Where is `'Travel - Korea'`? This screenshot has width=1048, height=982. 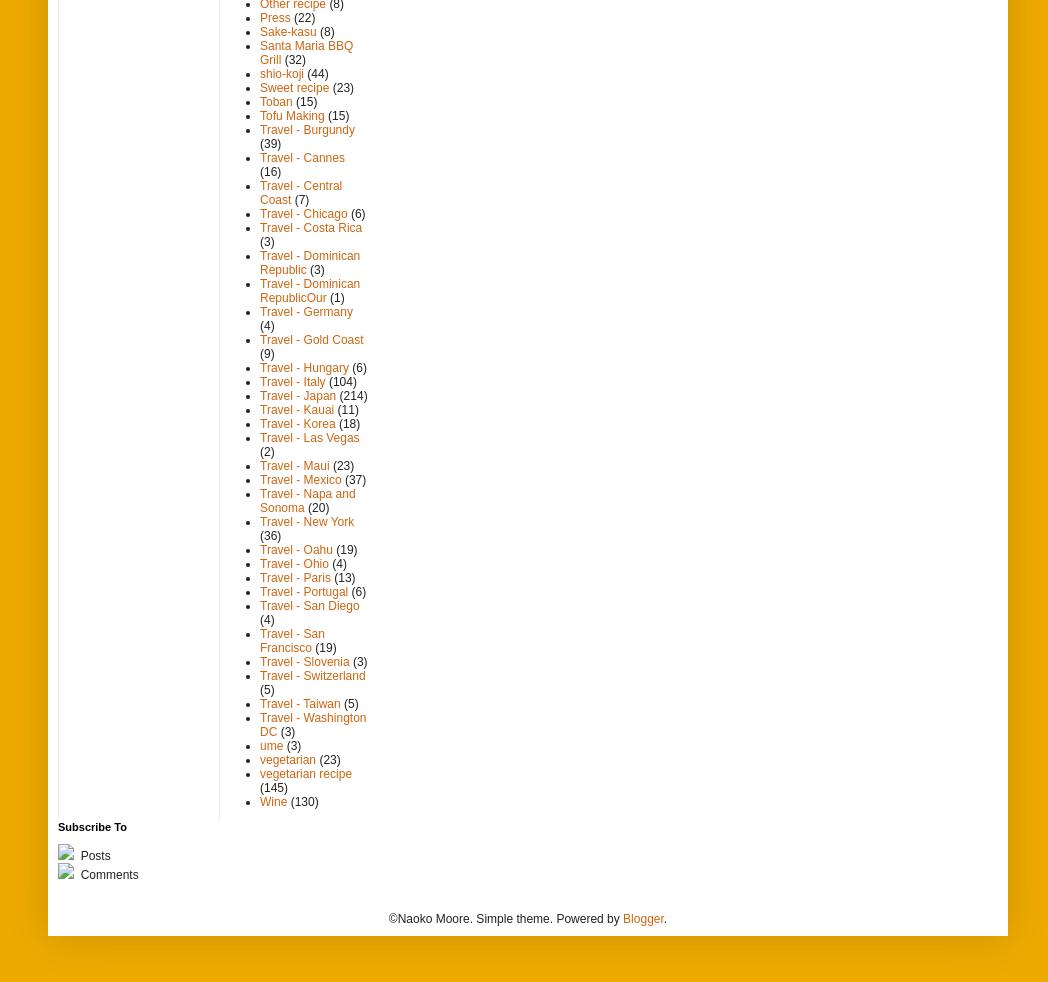 'Travel - Korea' is located at coordinates (296, 424).